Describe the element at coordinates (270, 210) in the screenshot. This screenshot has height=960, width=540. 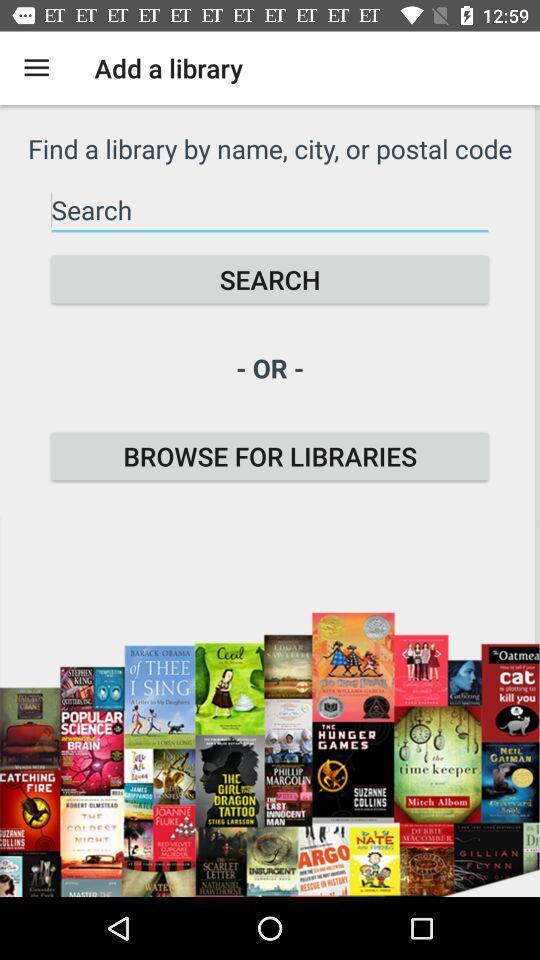
I see `the icon above the search icon` at that location.